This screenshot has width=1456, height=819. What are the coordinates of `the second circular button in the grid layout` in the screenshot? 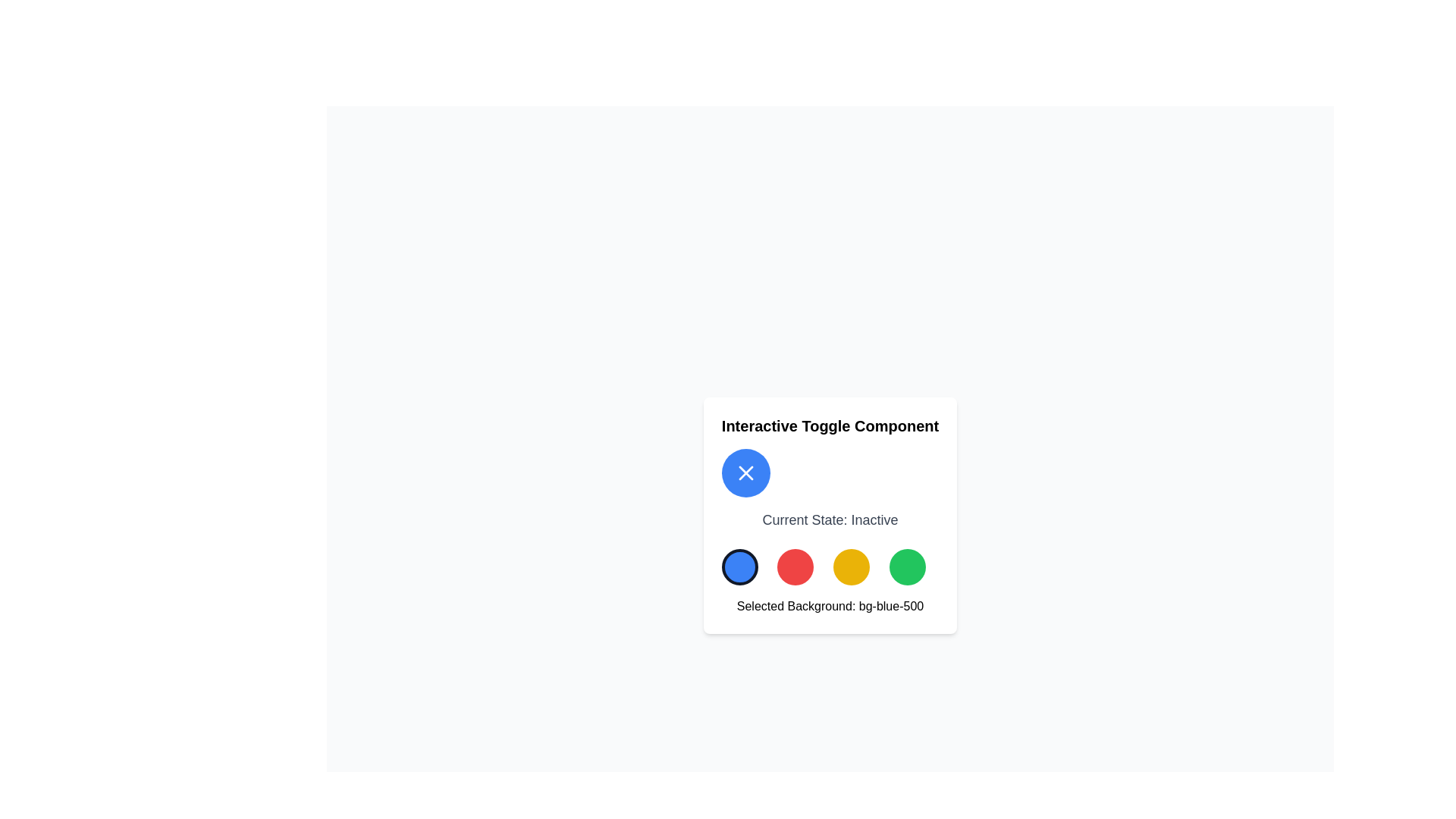 It's located at (795, 567).